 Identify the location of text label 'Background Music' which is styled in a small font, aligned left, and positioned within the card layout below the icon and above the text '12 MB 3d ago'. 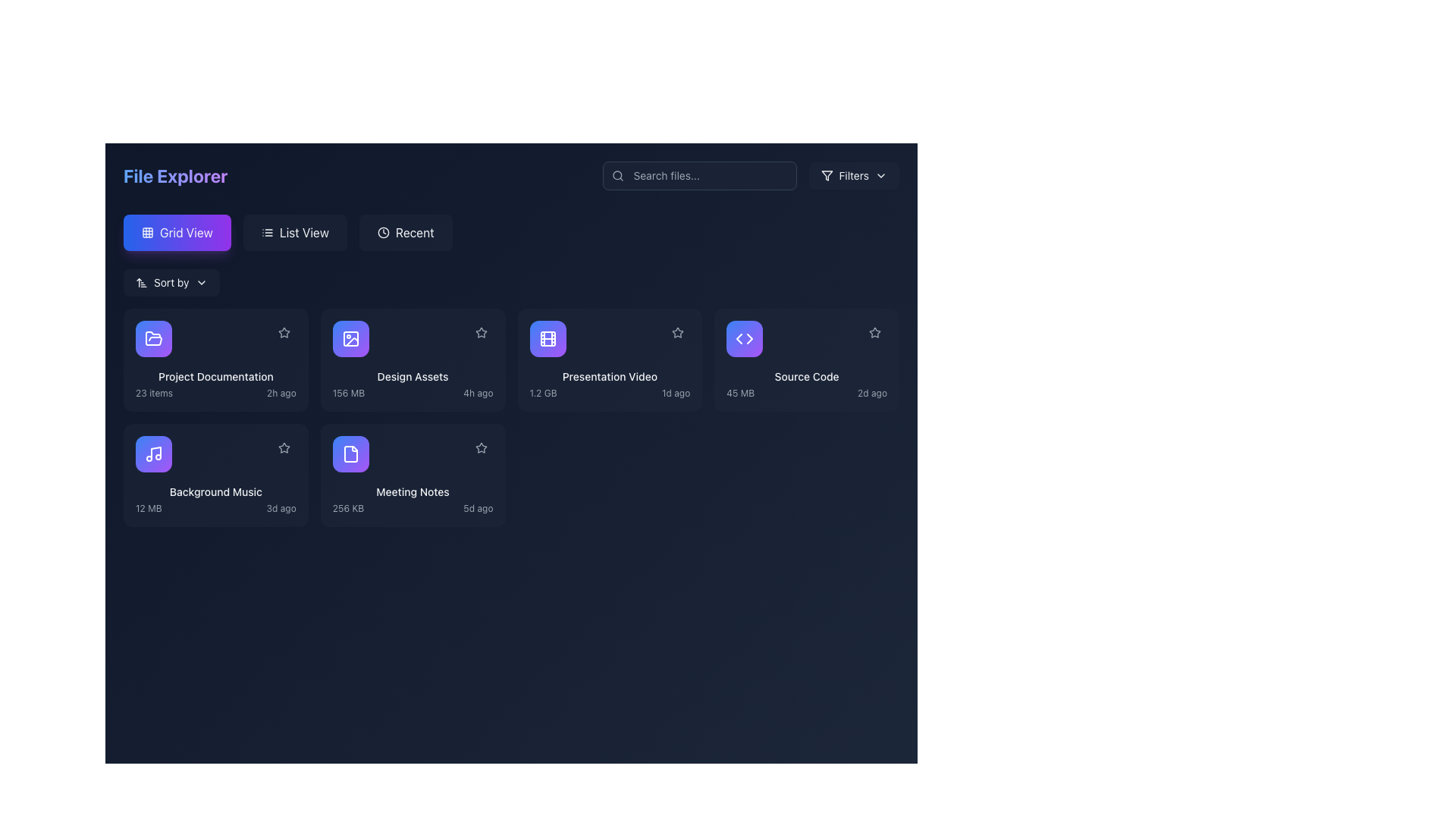
(215, 491).